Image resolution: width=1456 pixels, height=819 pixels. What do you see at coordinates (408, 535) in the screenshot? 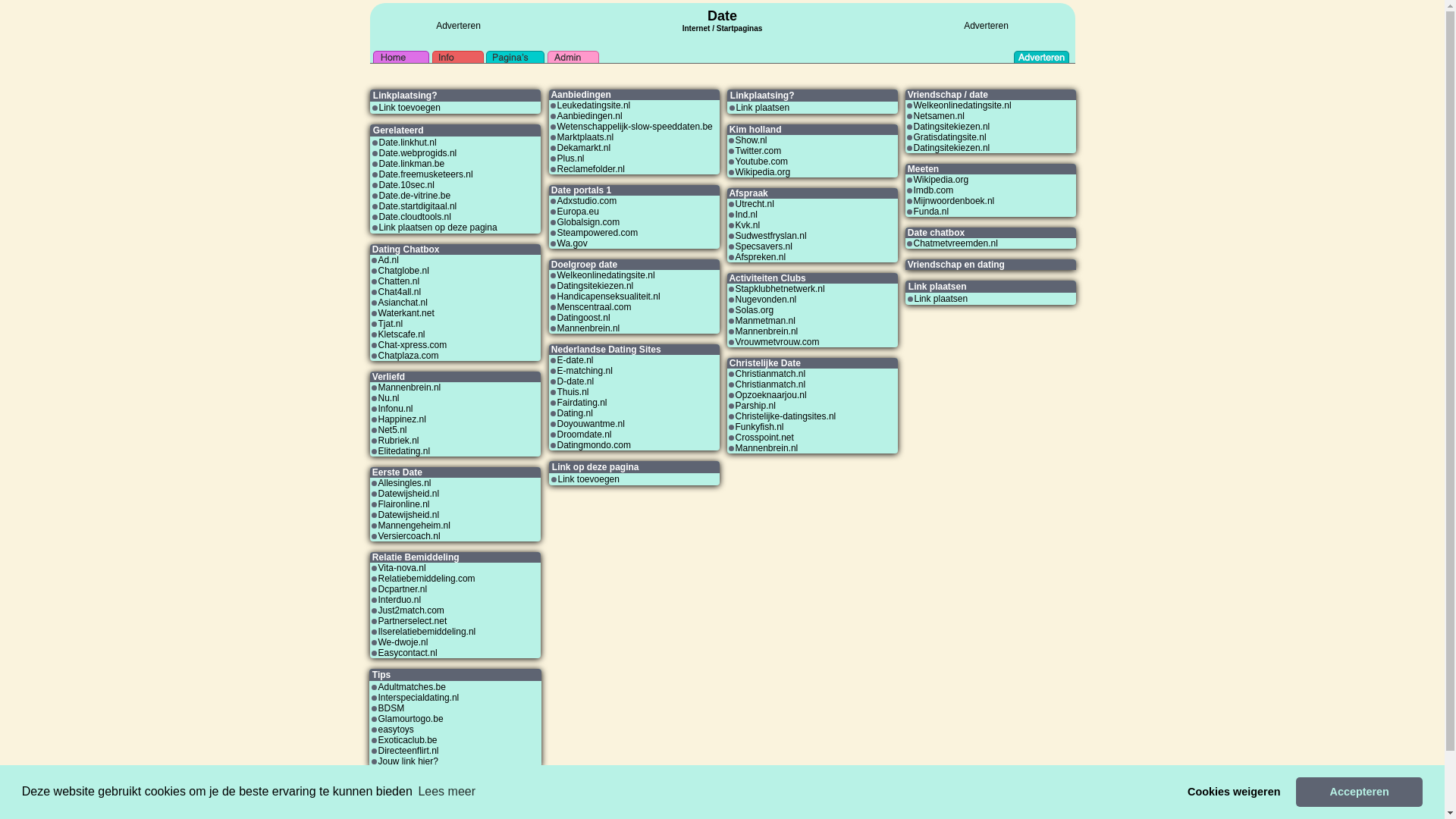
I see `'Versiercoach.nl'` at bounding box center [408, 535].